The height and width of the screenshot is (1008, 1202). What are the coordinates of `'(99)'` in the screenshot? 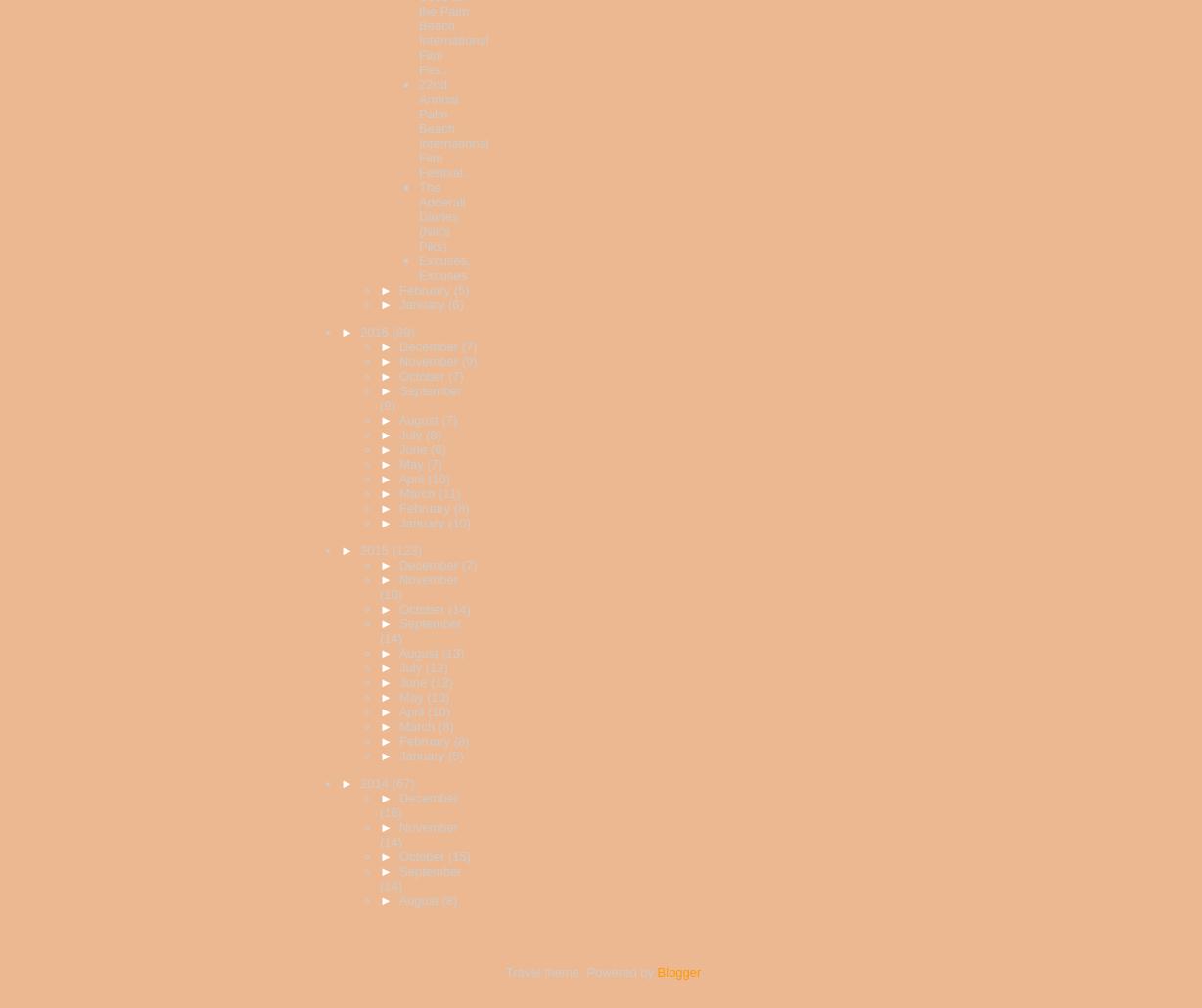 It's located at (402, 331).